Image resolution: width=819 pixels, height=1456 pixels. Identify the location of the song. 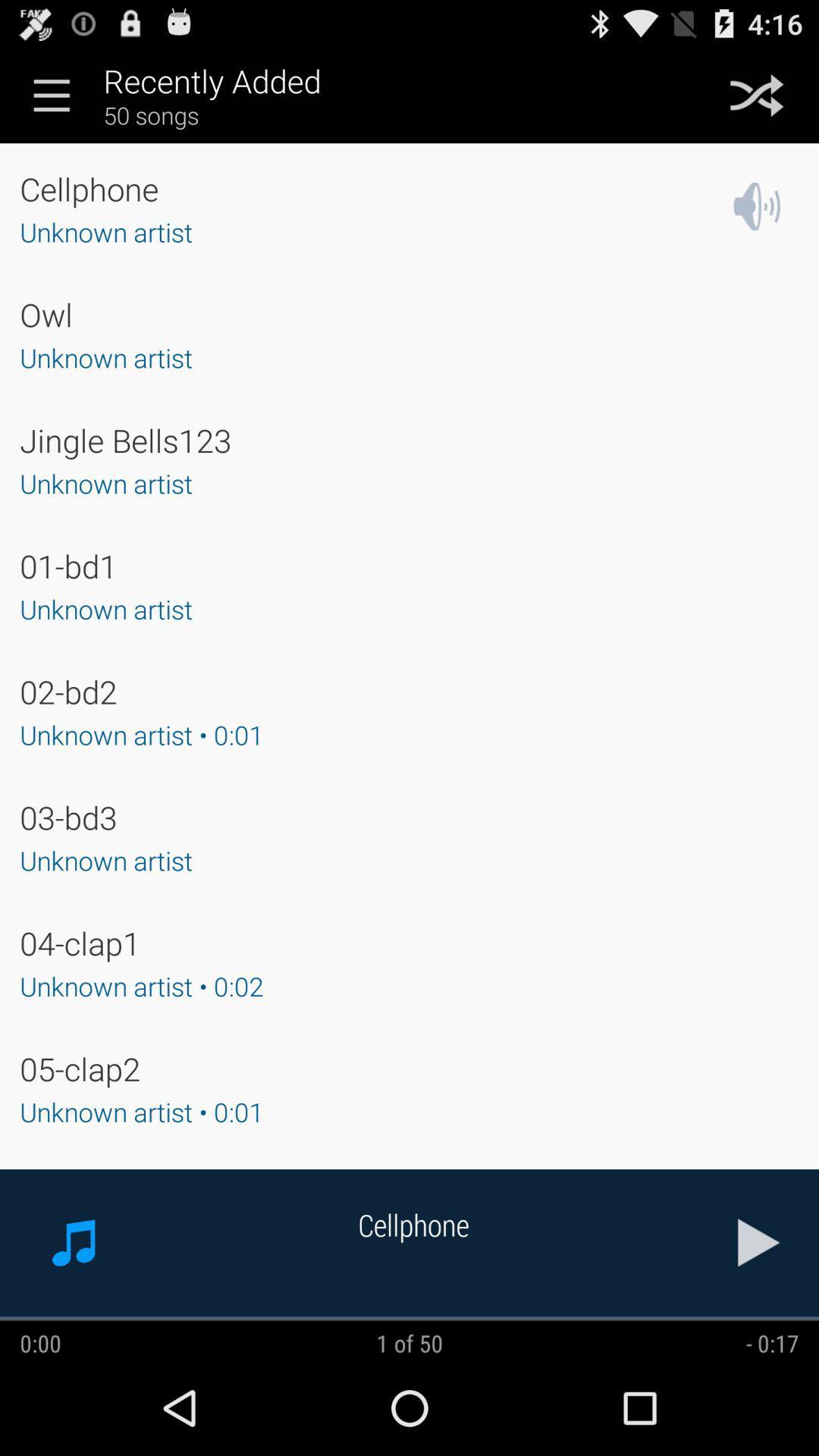
(759, 1242).